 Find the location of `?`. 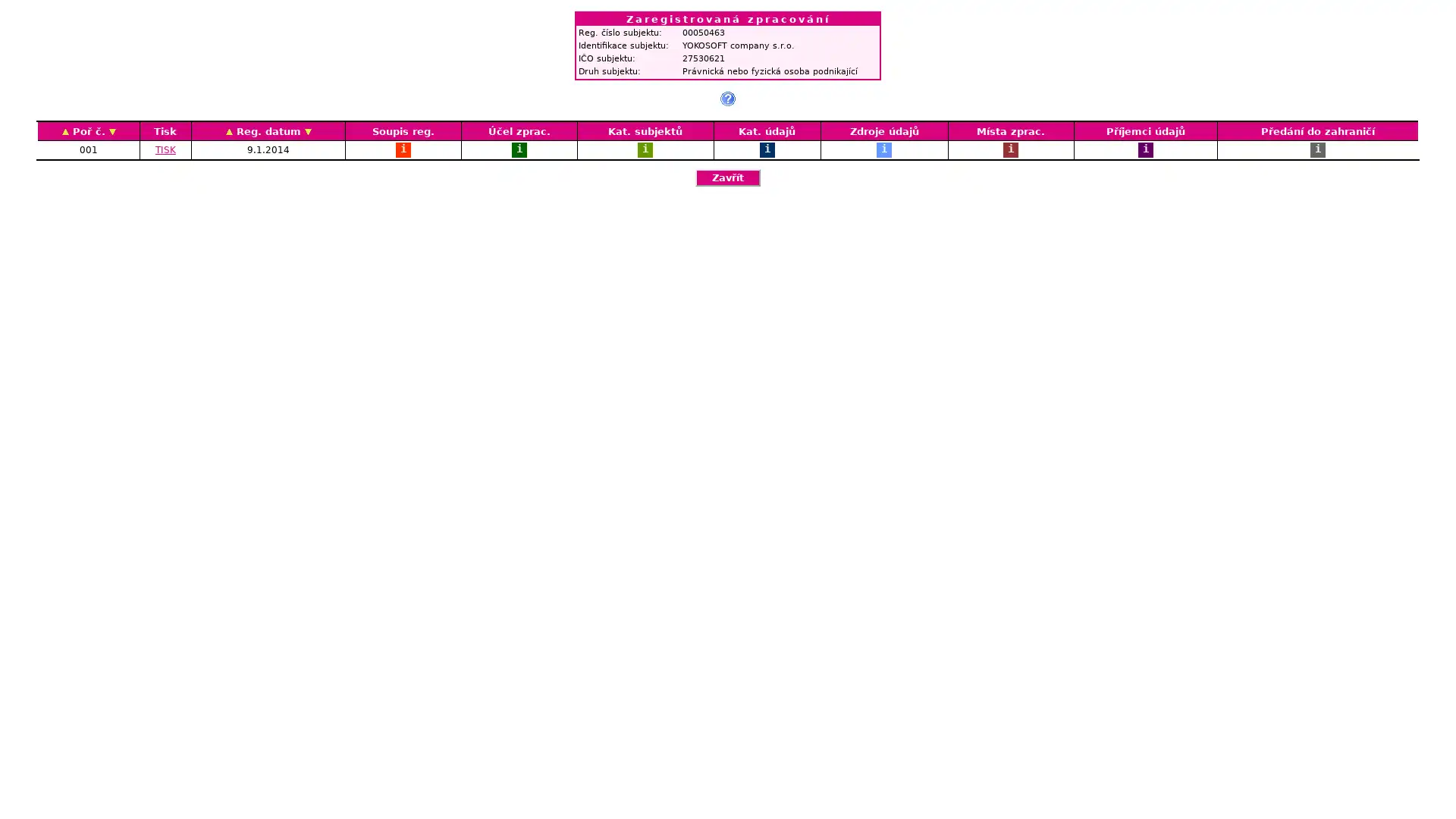

? is located at coordinates (728, 99).